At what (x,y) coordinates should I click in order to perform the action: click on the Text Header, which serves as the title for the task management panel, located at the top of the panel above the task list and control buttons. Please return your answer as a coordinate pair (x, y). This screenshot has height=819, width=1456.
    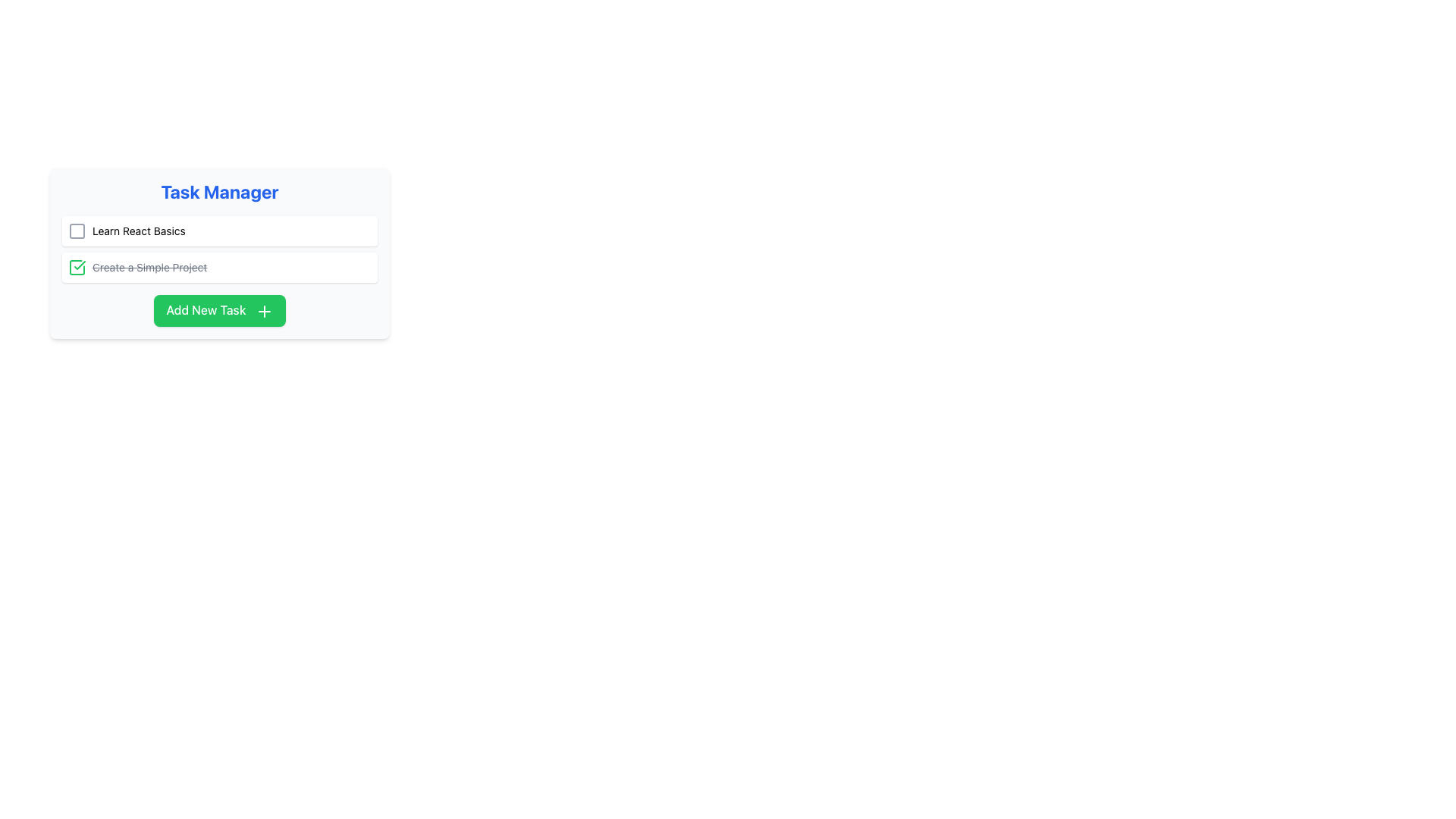
    Looking at the image, I should click on (218, 191).